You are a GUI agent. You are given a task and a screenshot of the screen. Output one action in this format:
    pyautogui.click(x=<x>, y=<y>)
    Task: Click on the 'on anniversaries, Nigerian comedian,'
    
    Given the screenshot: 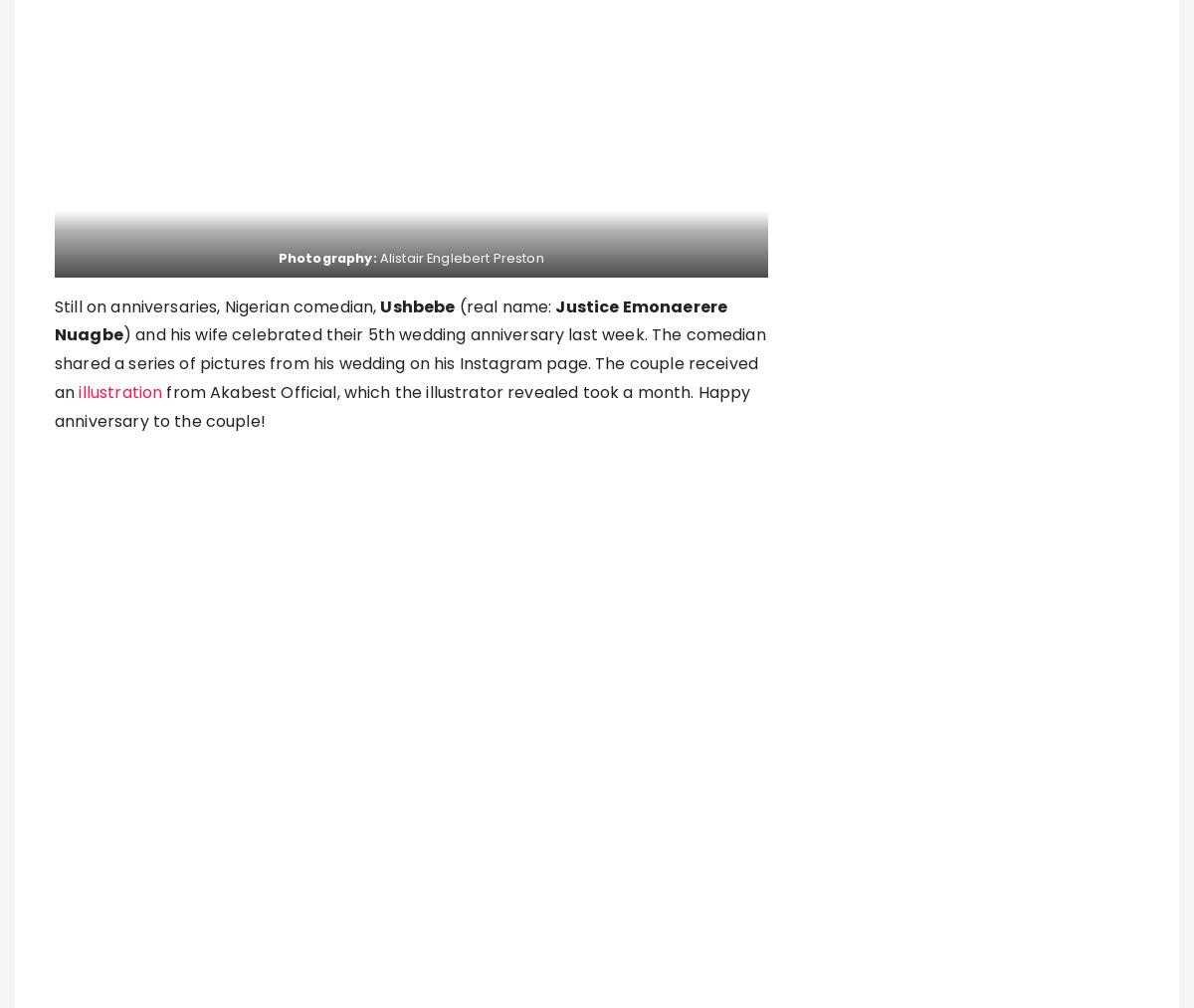 What is the action you would take?
    pyautogui.click(x=229, y=305)
    